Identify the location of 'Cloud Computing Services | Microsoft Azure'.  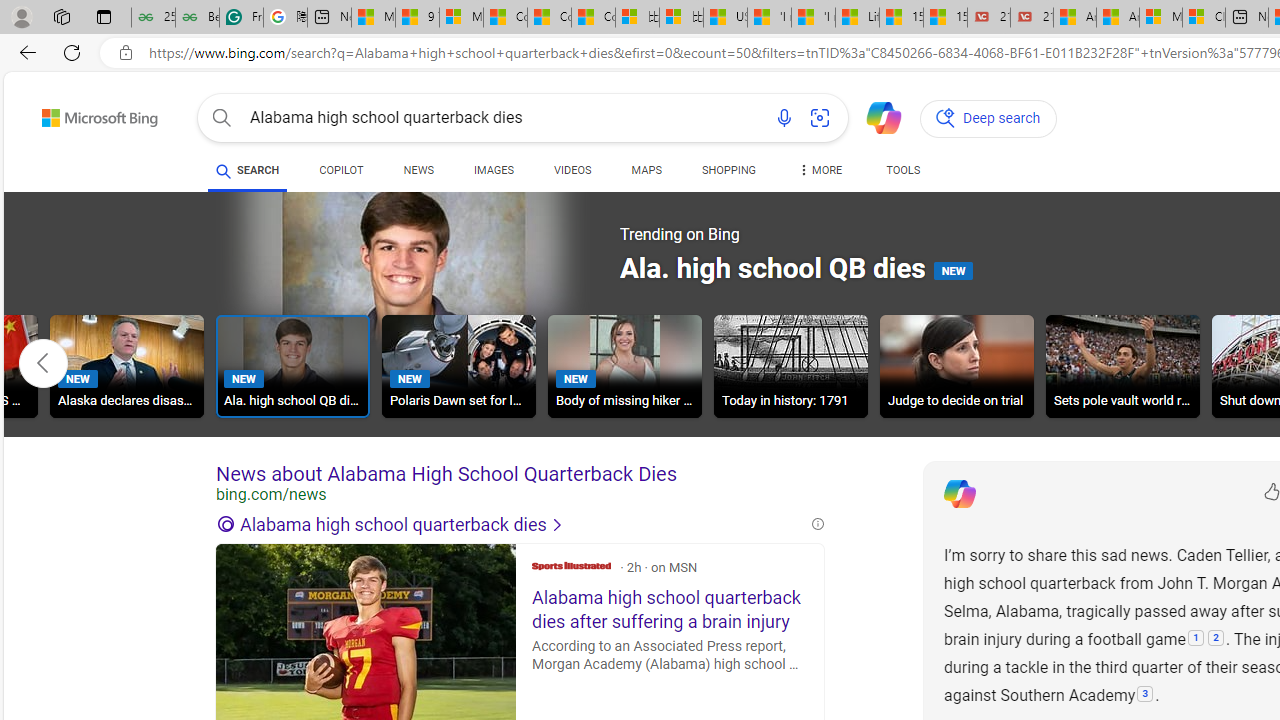
(1202, 17).